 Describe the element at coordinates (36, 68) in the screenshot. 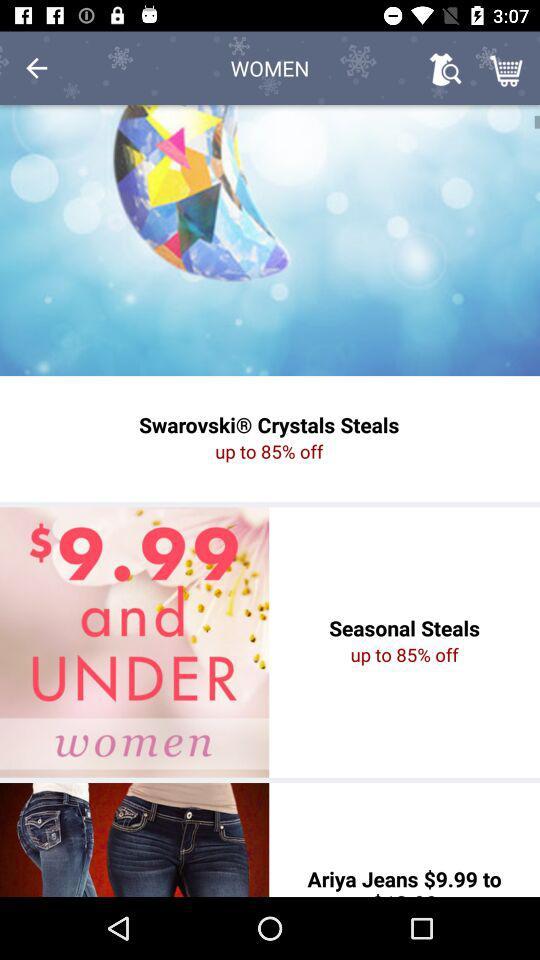

I see `icon to the left of the women item` at that location.